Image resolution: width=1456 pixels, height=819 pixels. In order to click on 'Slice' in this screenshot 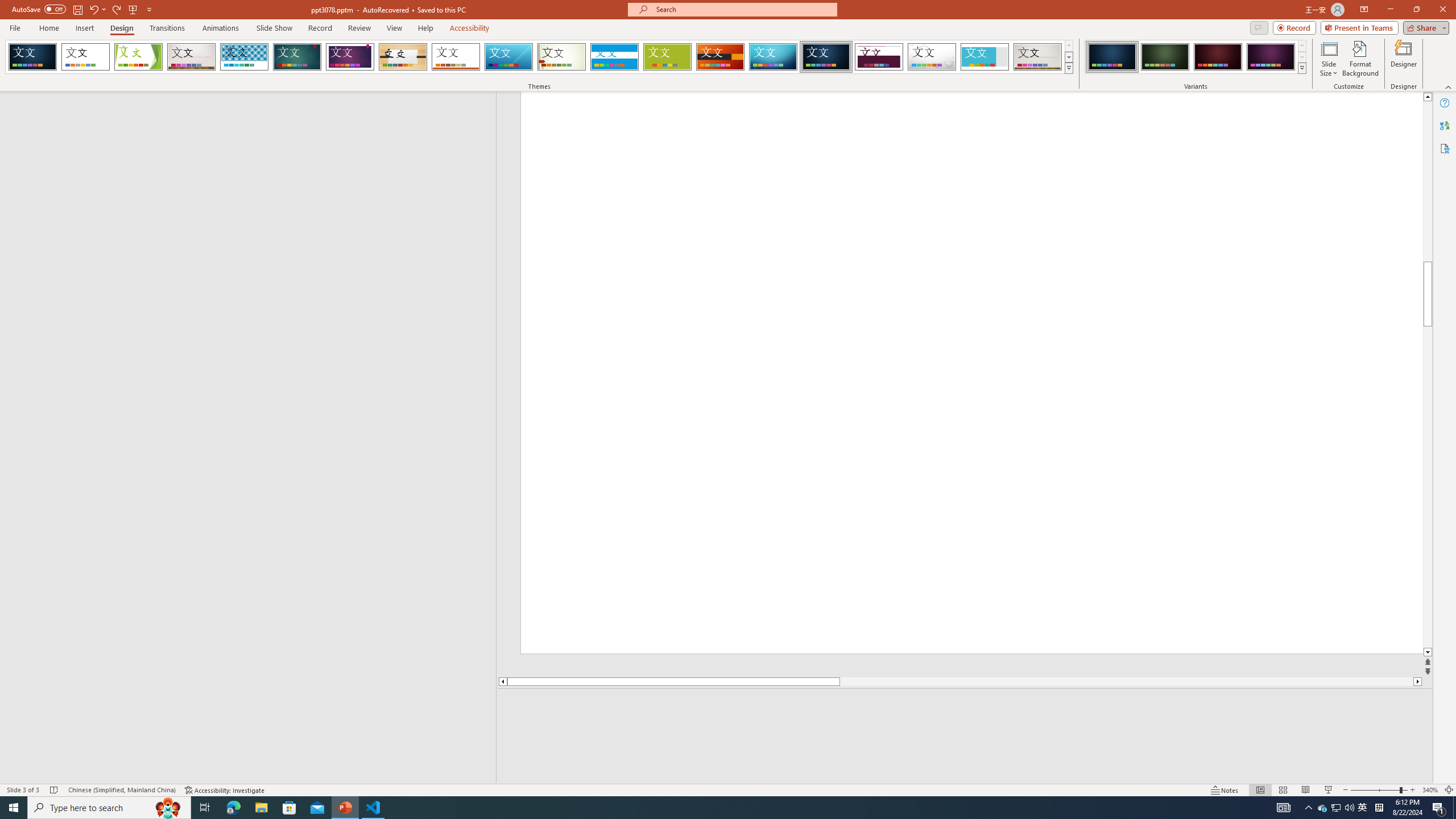, I will do `click(508, 56)`.